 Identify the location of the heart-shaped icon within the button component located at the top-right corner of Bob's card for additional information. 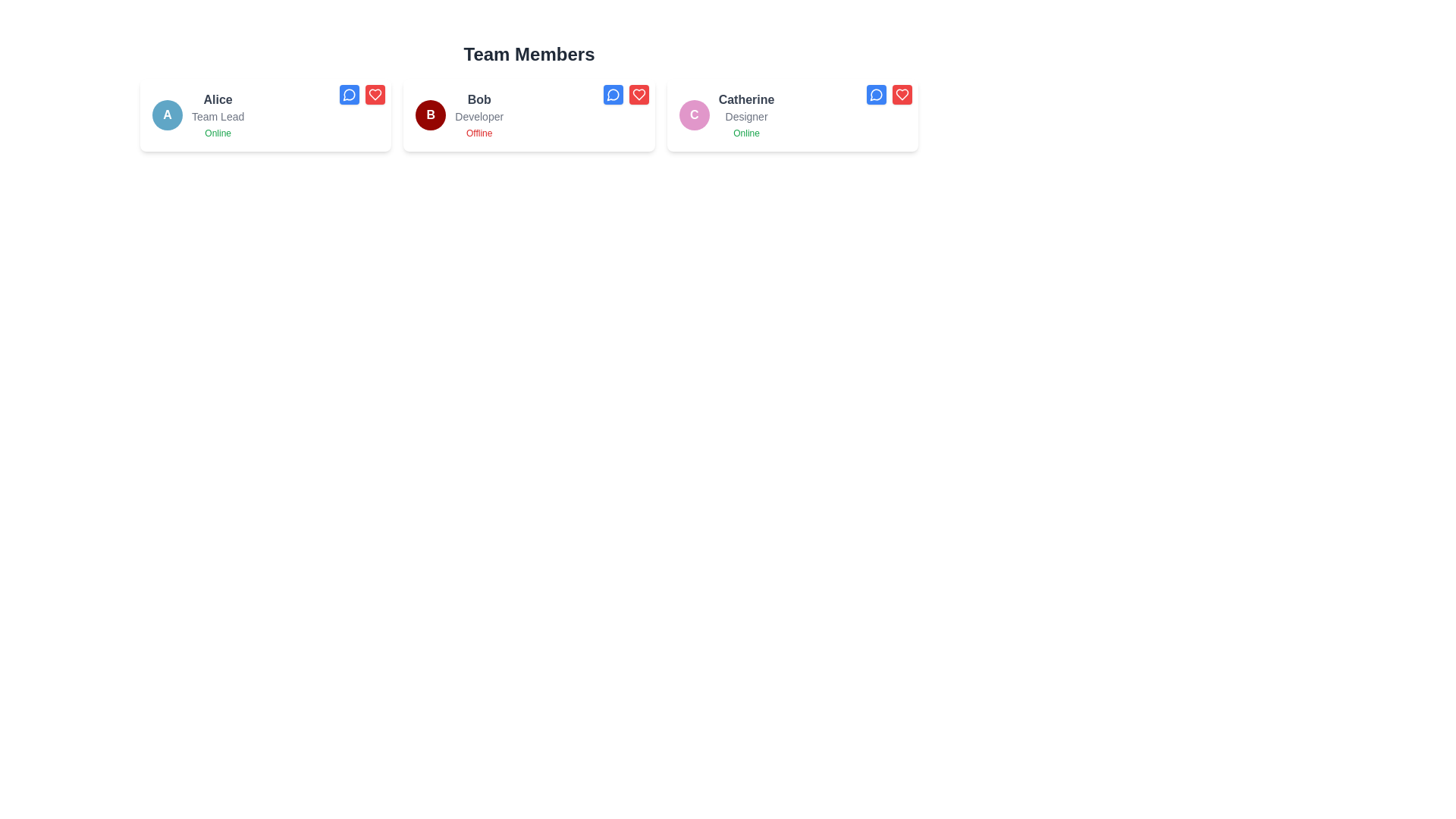
(639, 94).